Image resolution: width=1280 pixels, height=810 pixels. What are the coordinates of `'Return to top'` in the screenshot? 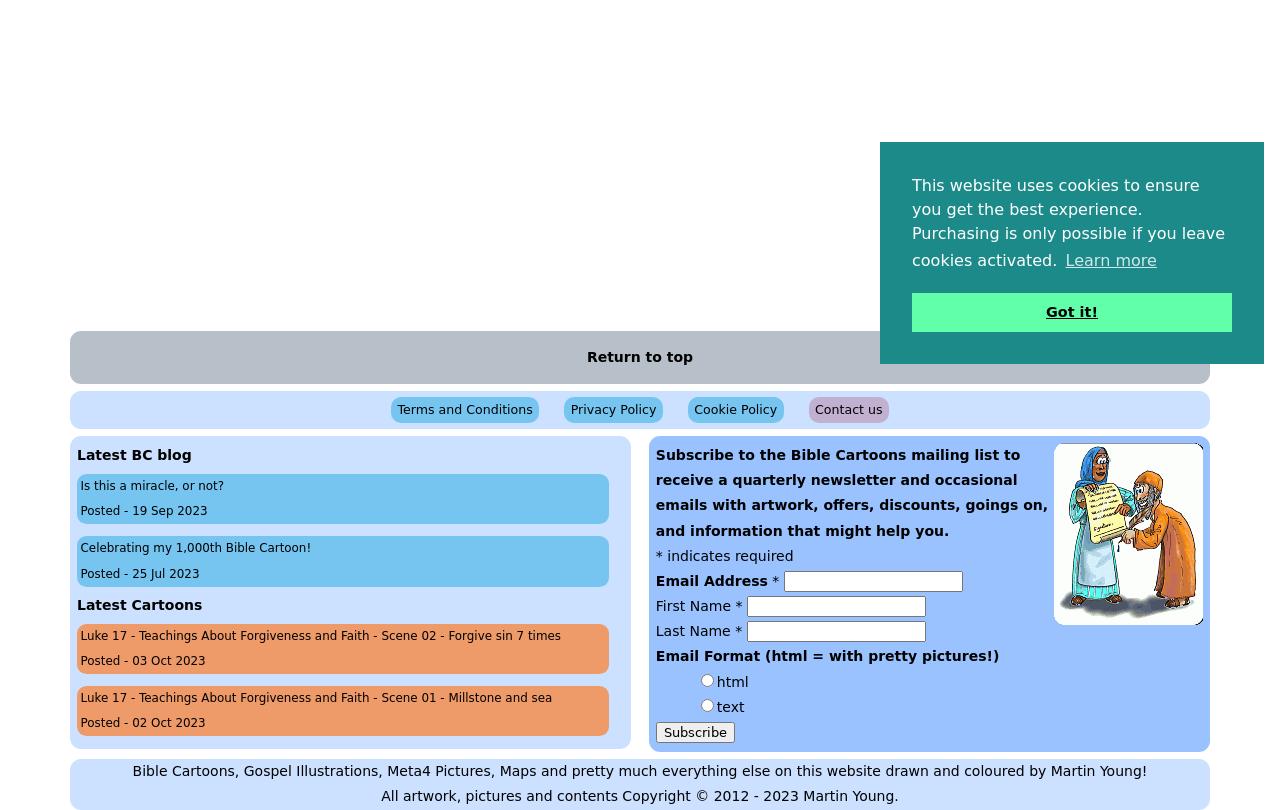 It's located at (638, 355).